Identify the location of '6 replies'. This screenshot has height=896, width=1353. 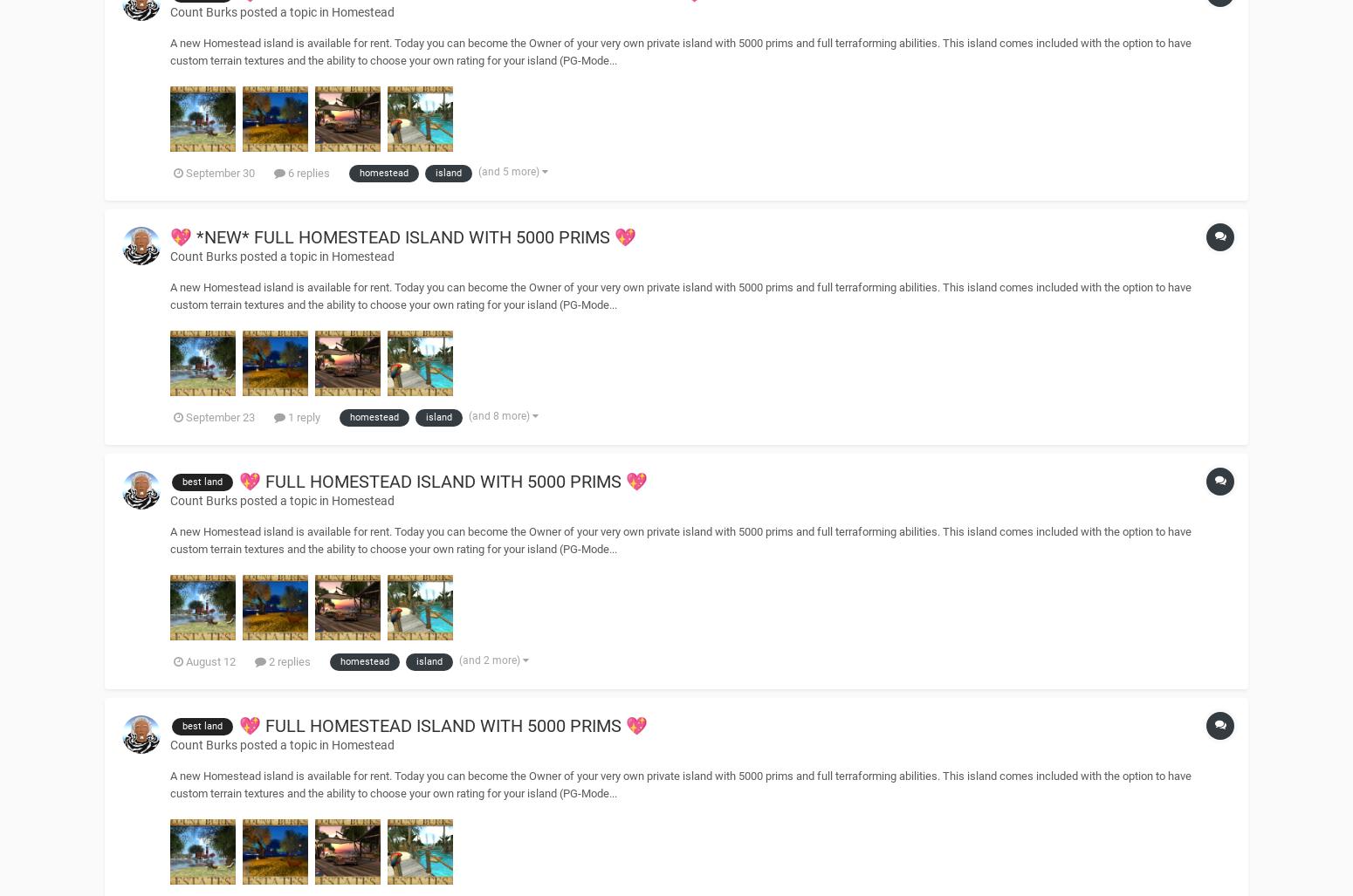
(306, 172).